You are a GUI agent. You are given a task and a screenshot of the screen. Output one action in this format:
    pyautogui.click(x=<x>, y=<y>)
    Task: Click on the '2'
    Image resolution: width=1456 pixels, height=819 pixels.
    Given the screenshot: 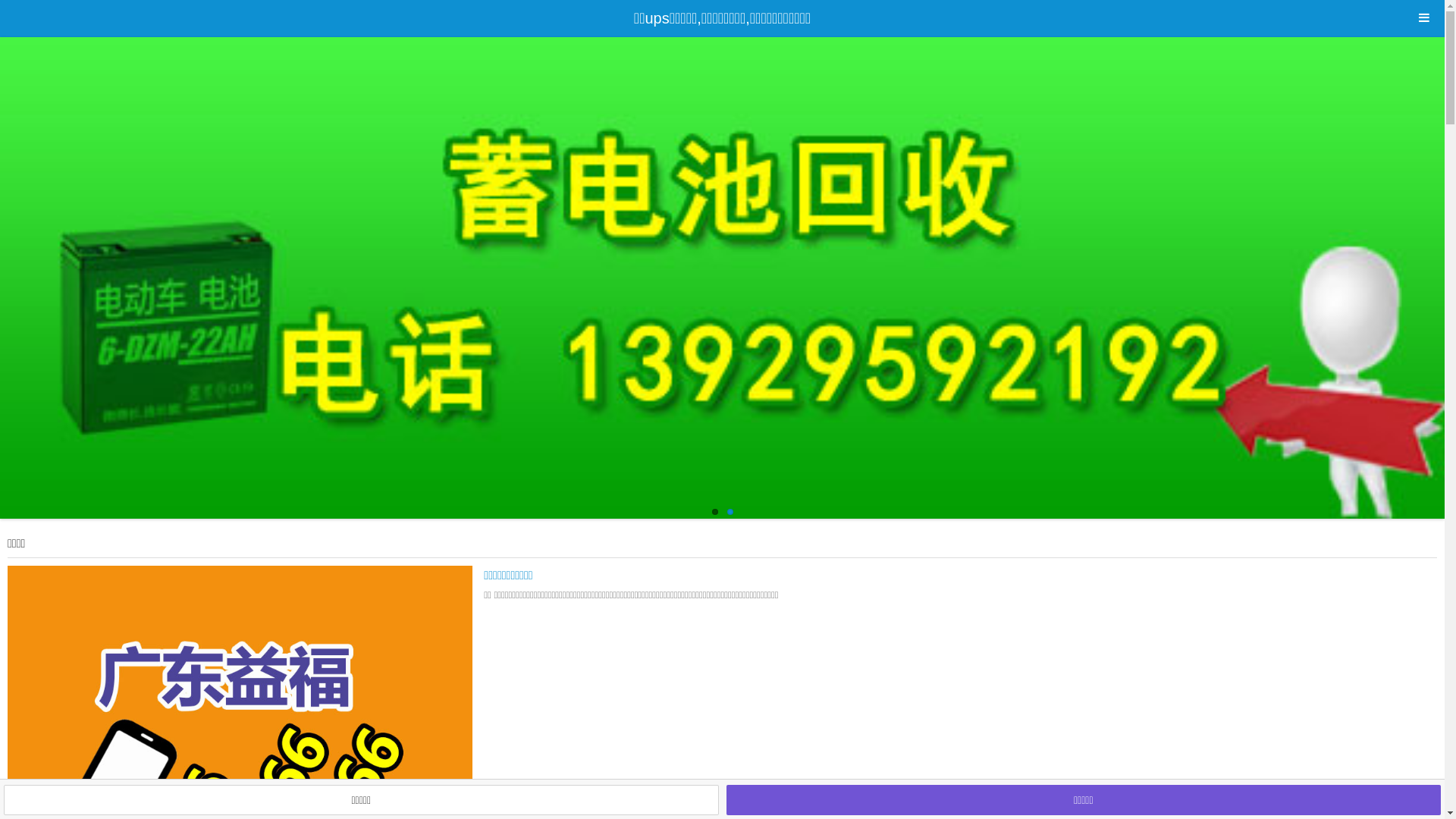 What is the action you would take?
    pyautogui.click(x=729, y=512)
    